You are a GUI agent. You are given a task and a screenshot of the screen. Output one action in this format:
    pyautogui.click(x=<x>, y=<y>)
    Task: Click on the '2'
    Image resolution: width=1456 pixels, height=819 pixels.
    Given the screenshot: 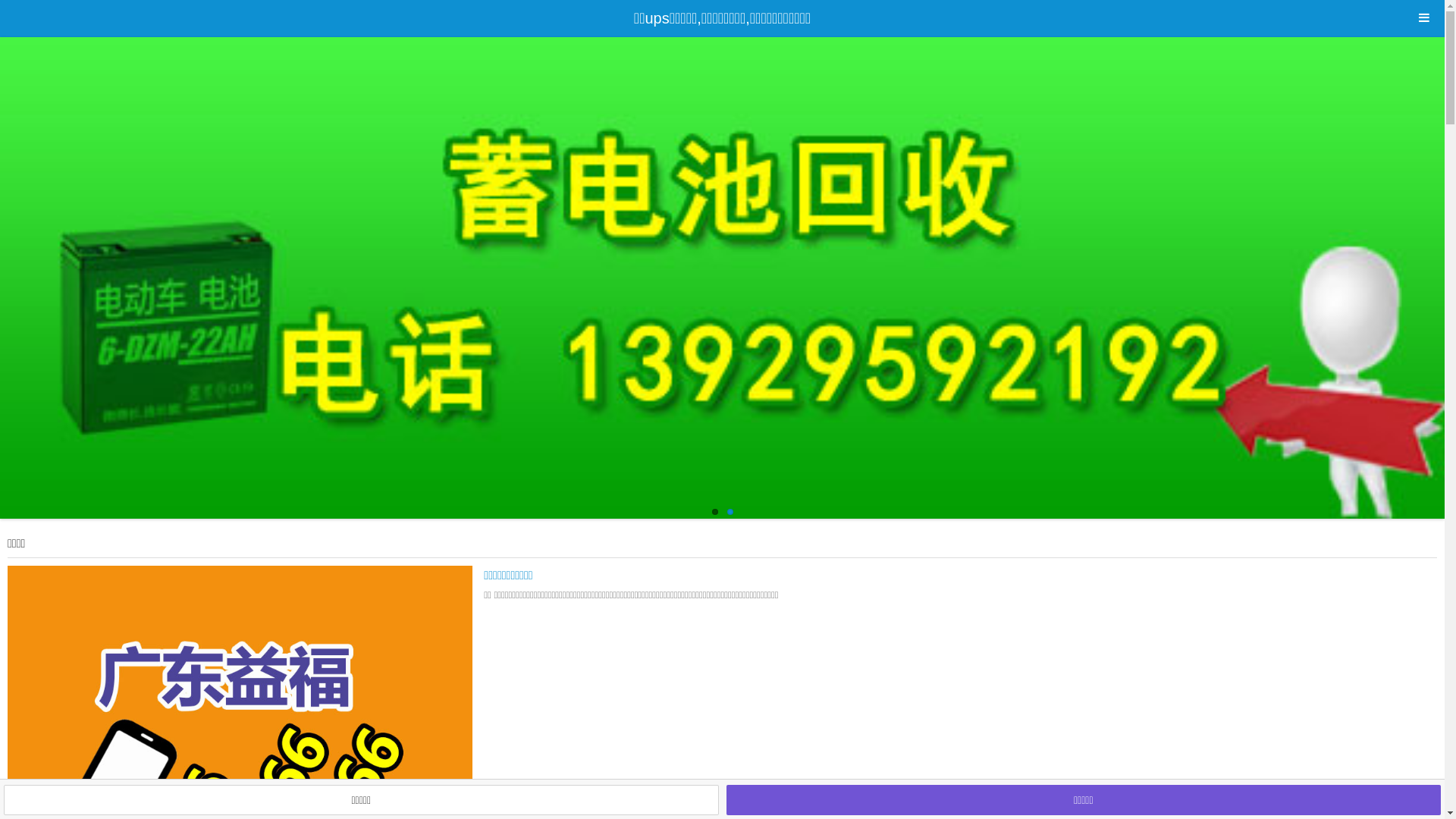 What is the action you would take?
    pyautogui.click(x=729, y=512)
    